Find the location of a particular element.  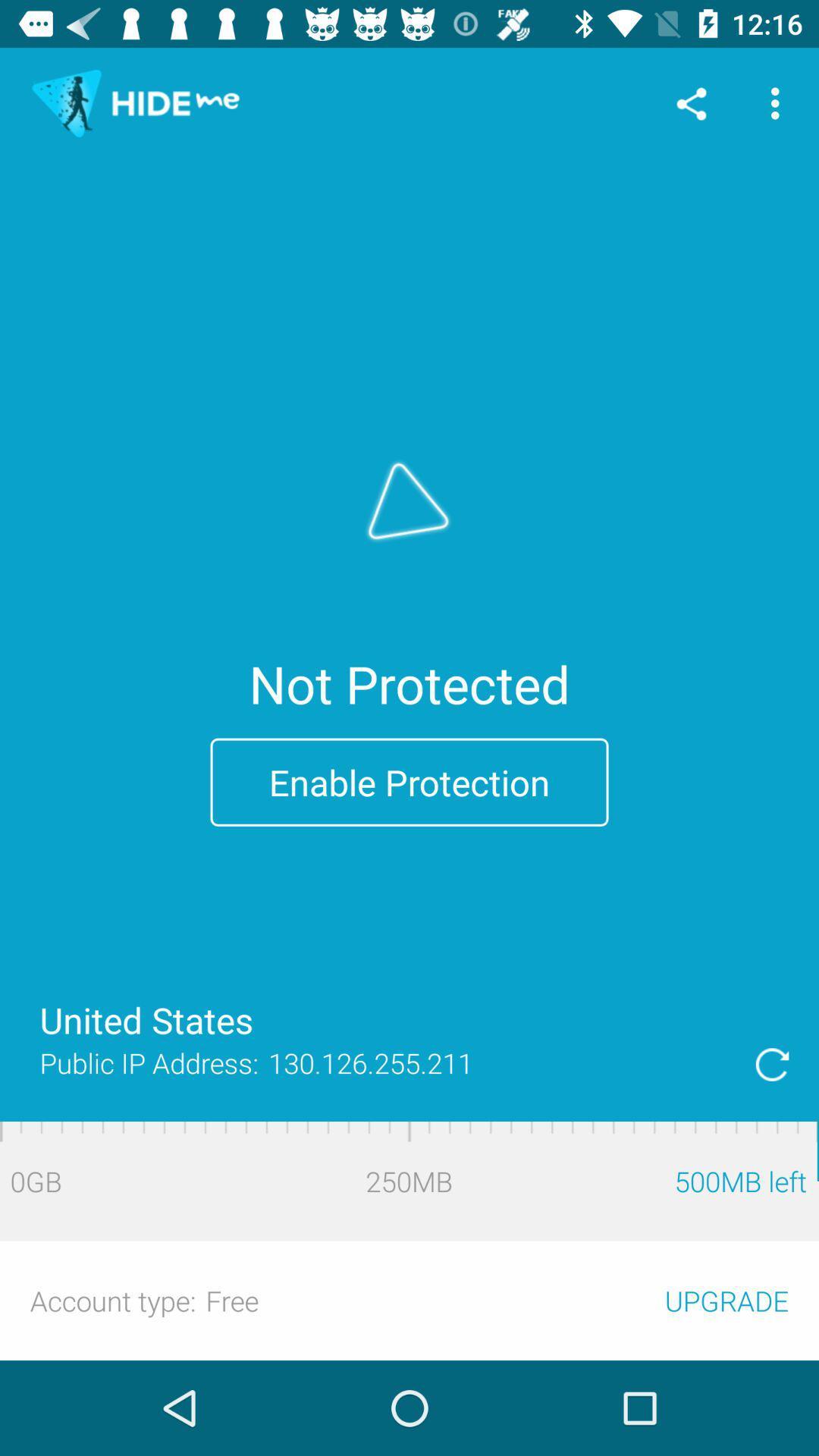

refresh the app is located at coordinates (772, 1063).